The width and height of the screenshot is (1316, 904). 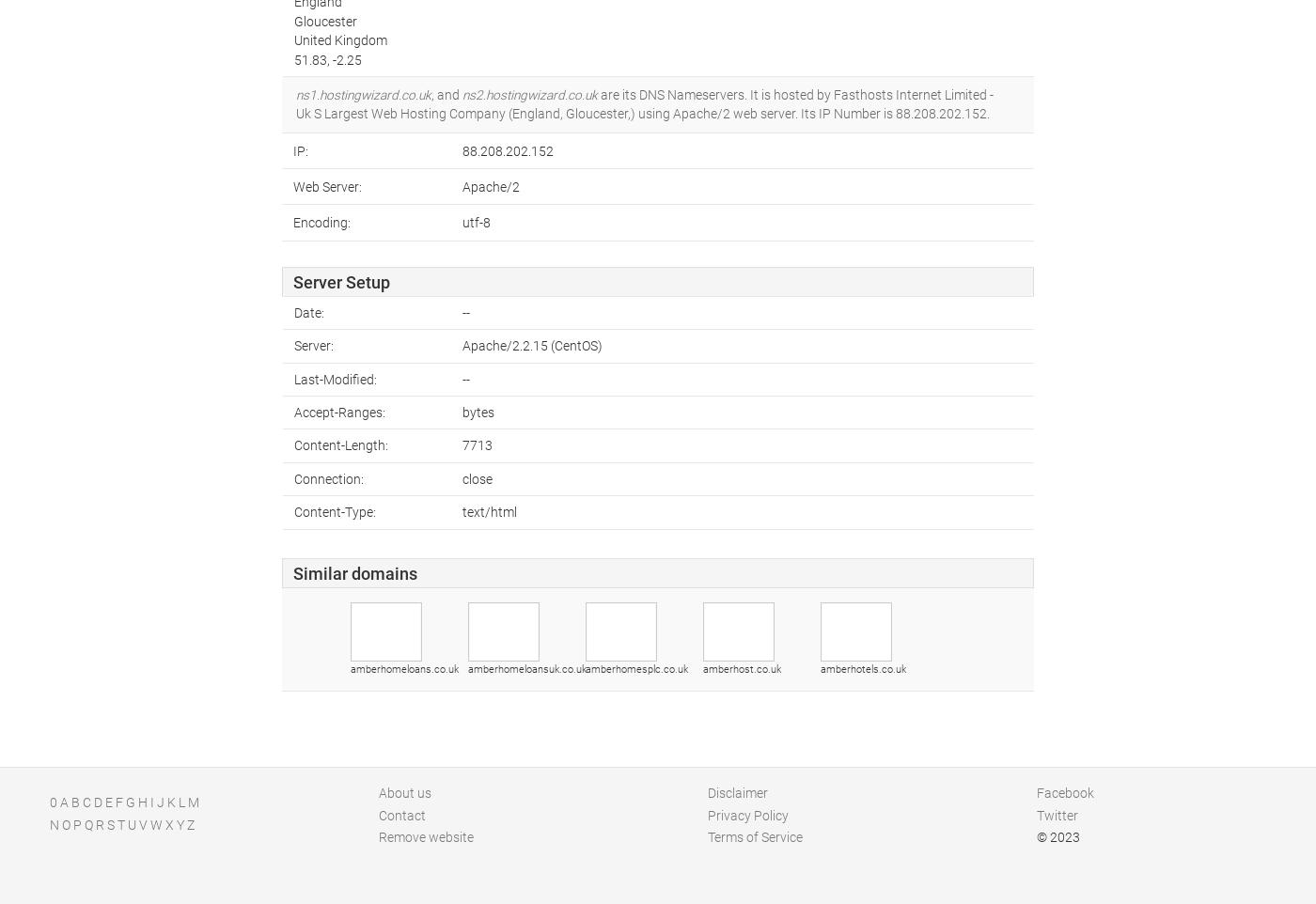 What do you see at coordinates (328, 476) in the screenshot?
I see `'Connection:'` at bounding box center [328, 476].